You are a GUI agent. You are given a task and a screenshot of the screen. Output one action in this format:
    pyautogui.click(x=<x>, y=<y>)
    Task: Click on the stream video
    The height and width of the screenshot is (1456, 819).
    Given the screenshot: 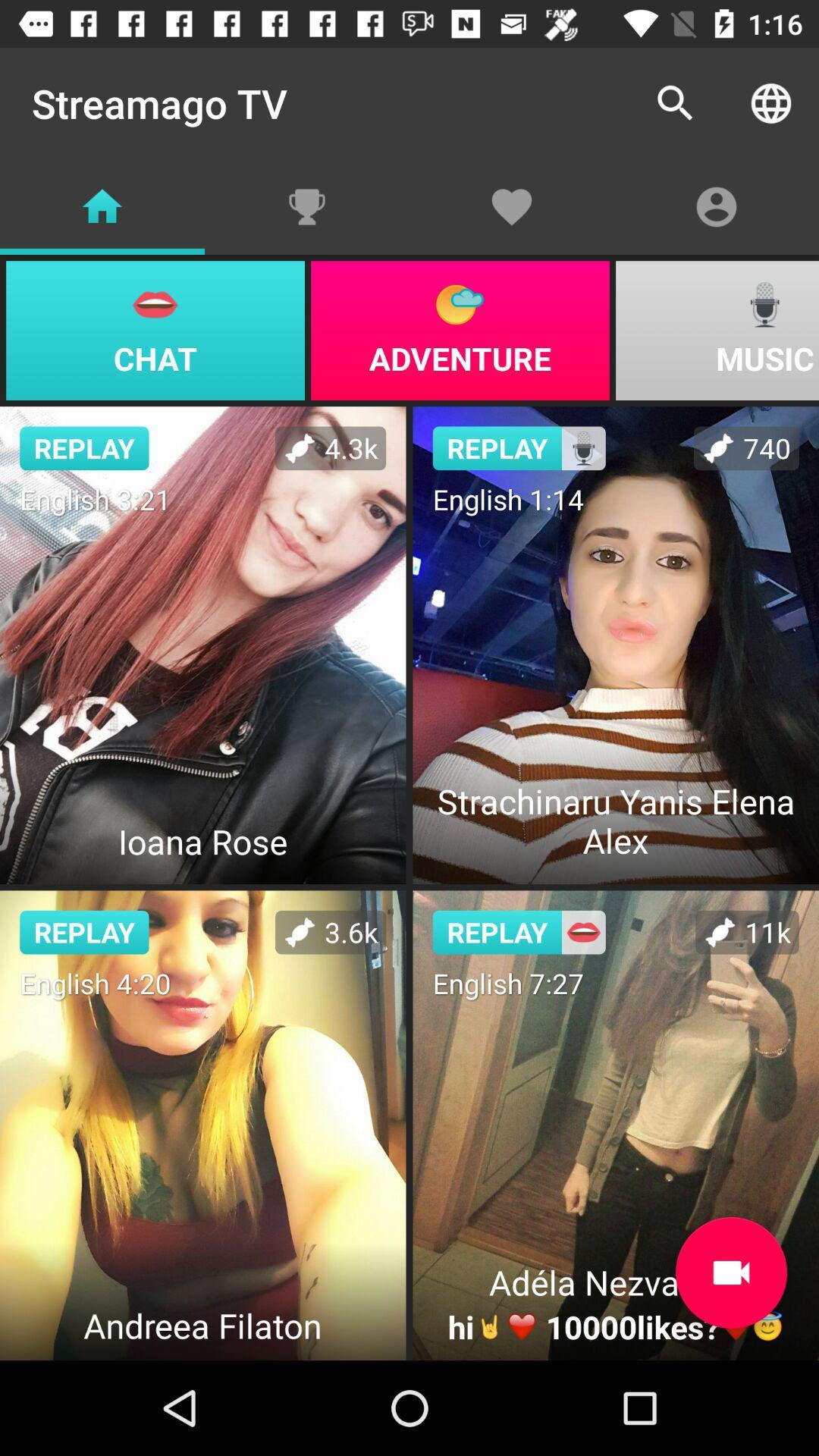 What is the action you would take?
    pyautogui.click(x=730, y=1272)
    